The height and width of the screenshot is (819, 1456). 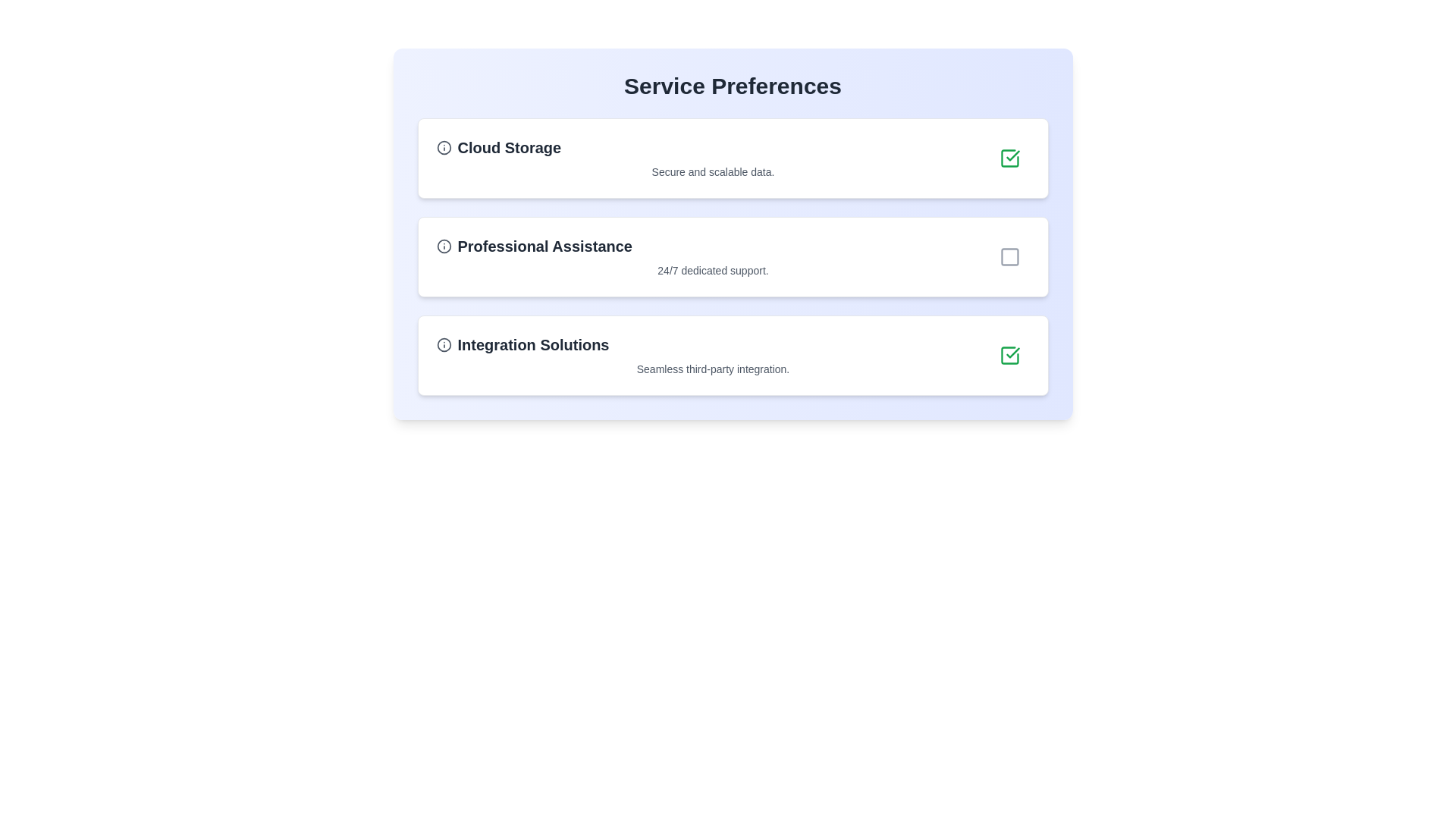 What do you see at coordinates (1009, 356) in the screenshot?
I see `the green checkmark icon inside the square outline of the Checkbox Indicator located in the 'Integration Solutions' preference option in the 'Service Preferences' section` at bounding box center [1009, 356].